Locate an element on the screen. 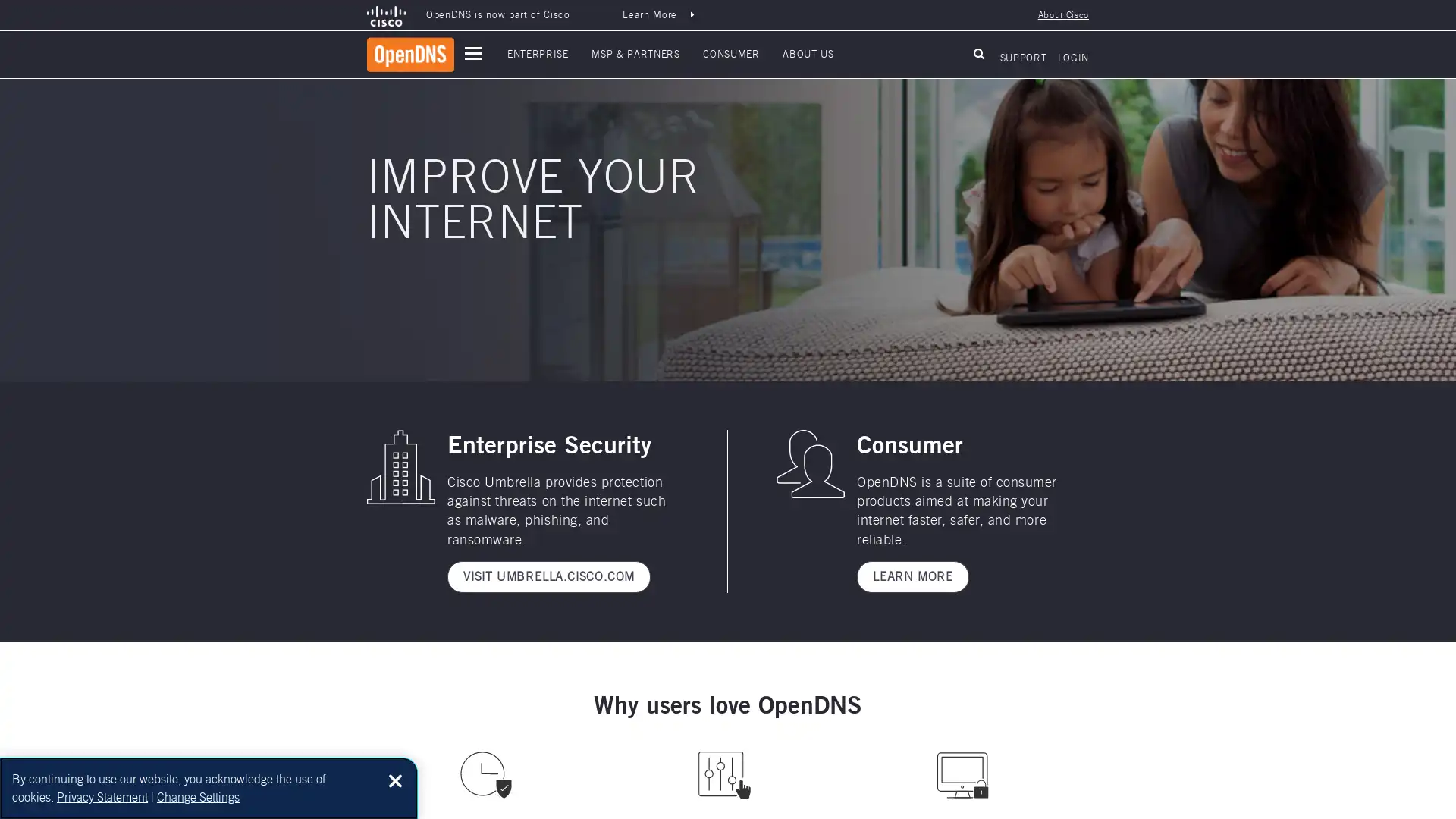 This screenshot has width=1456, height=819. open main navigation is located at coordinates (472, 52).